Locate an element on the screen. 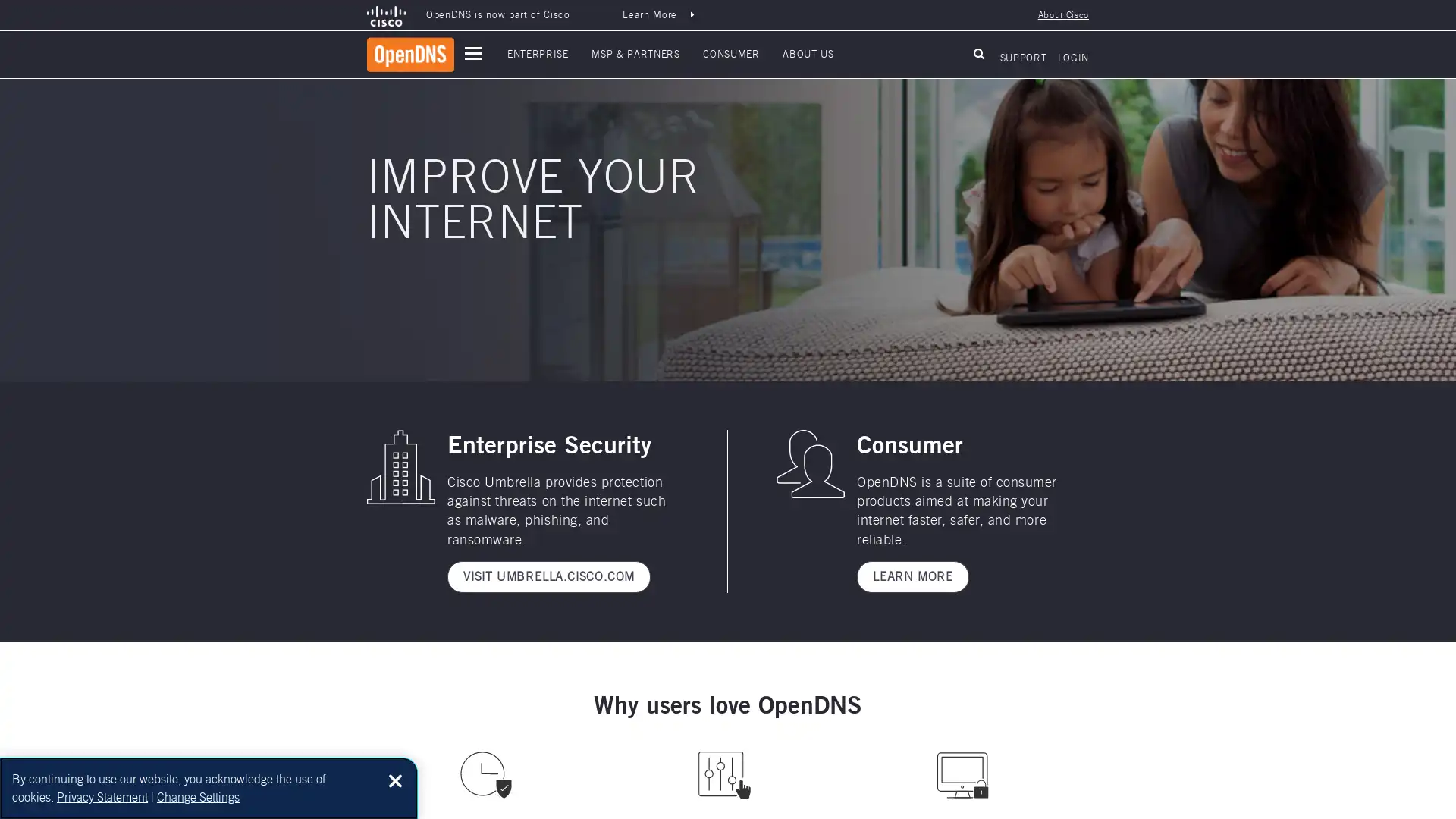 This screenshot has width=1456, height=819. open main navigation is located at coordinates (472, 52).